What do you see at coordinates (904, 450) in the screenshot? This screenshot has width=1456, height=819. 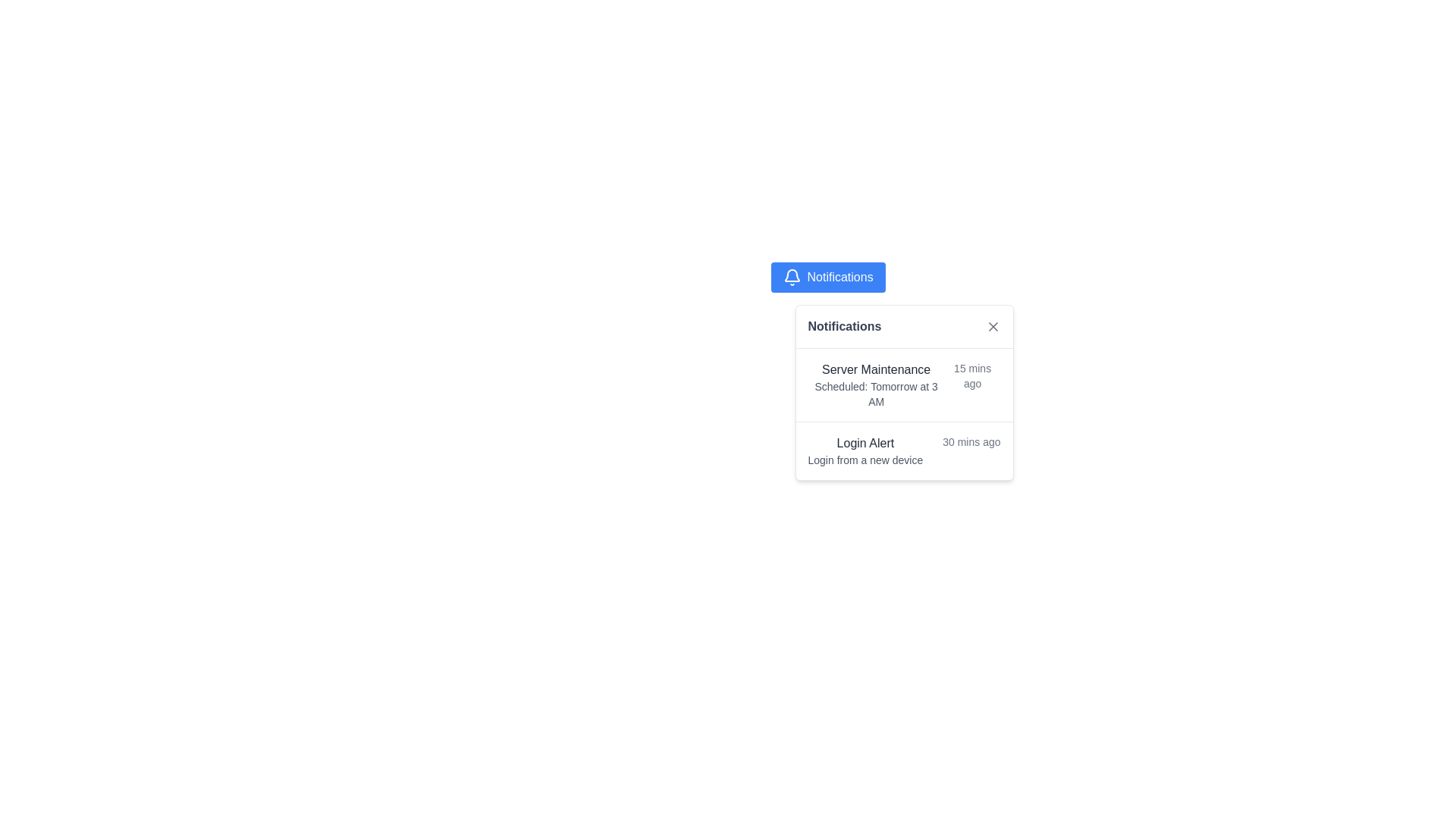 I see `the second Notification entry in the dropdown menu under 'Notifications'` at bounding box center [904, 450].